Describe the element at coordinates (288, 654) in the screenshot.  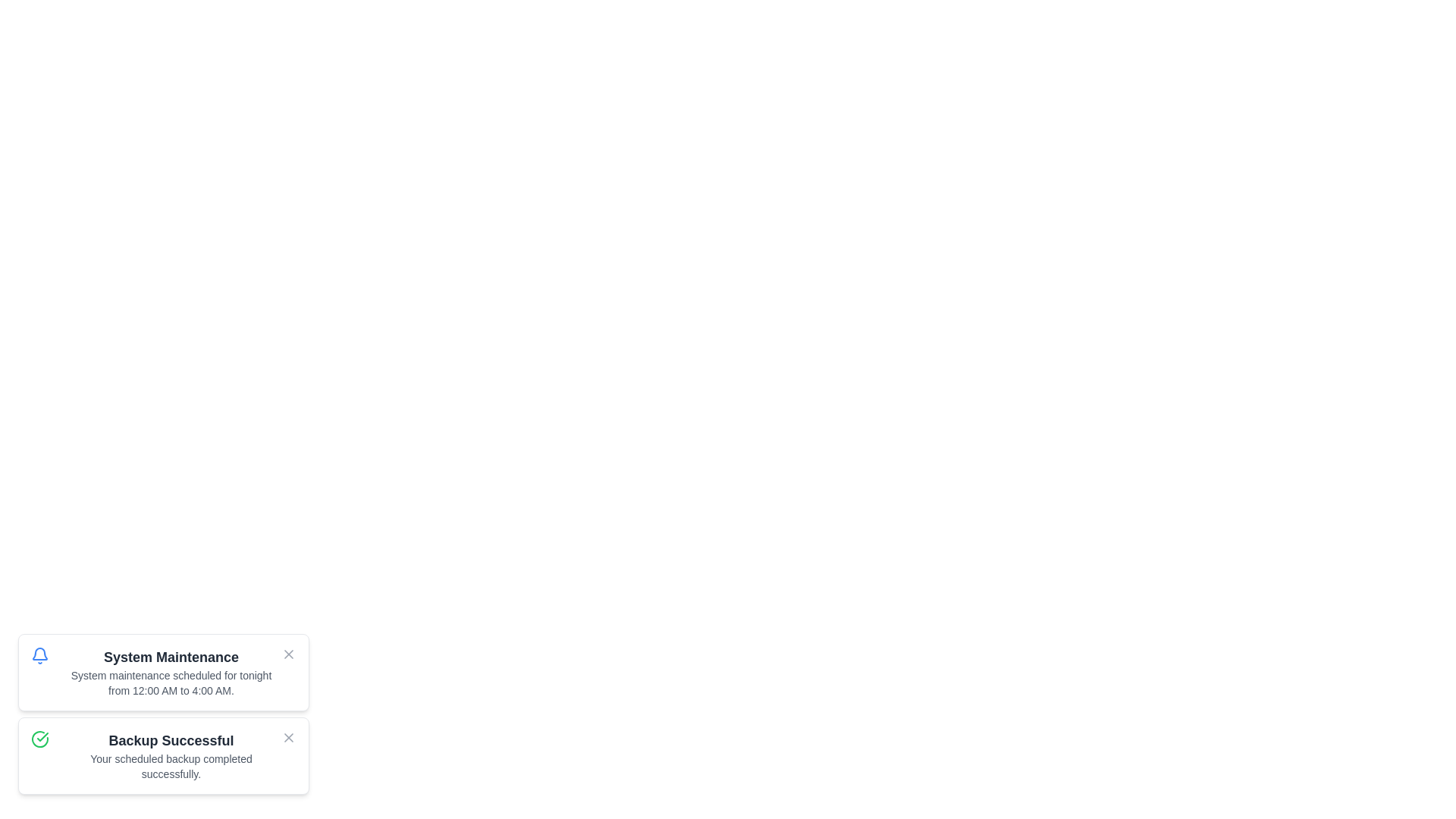
I see `the X-shaped icon in the top-right corner of the 'System Maintenance' notification, styled with a thin stroke and rounded edges` at that location.